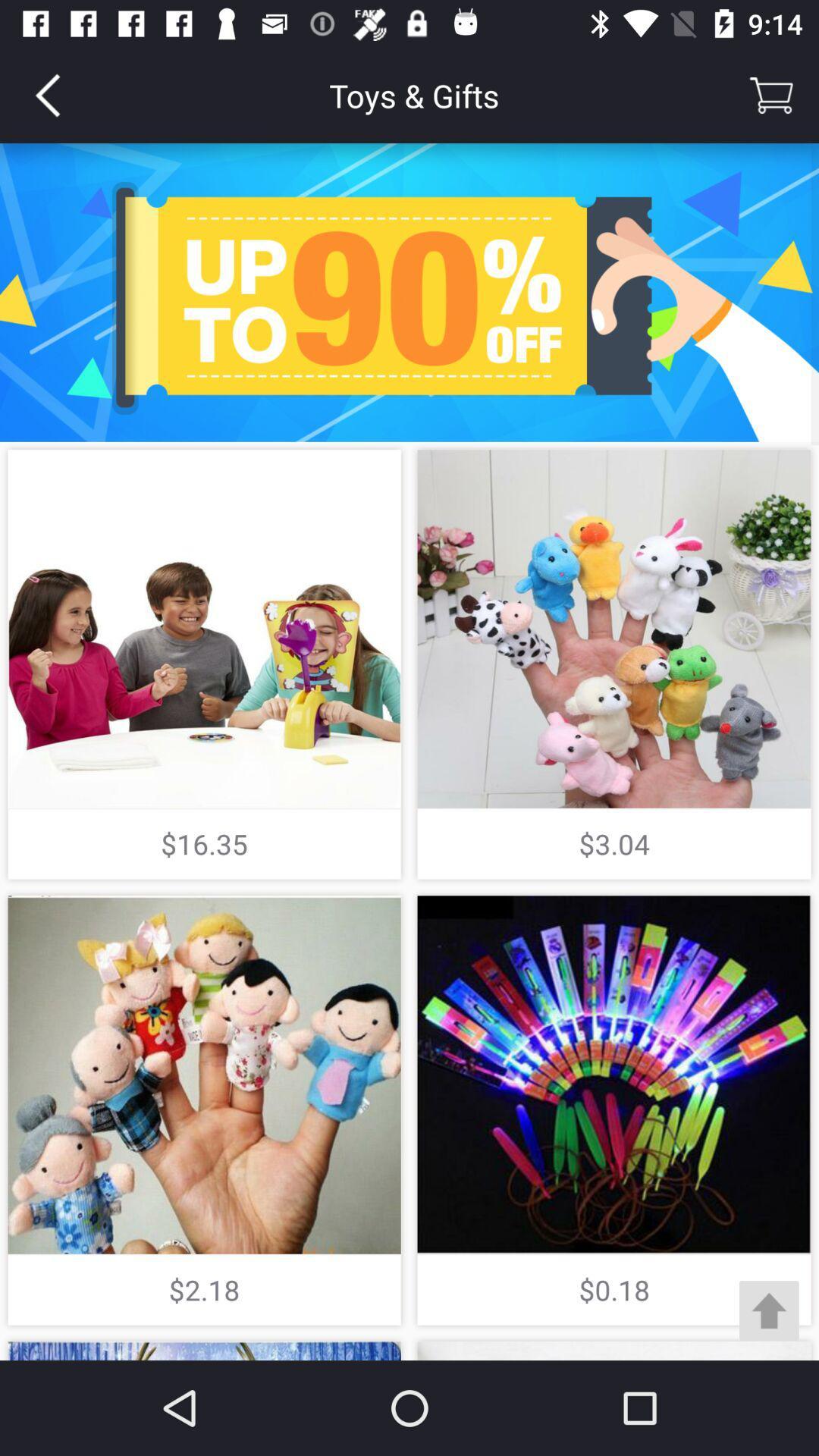 This screenshot has height=1456, width=819. Describe the element at coordinates (771, 94) in the screenshot. I see `cart` at that location.